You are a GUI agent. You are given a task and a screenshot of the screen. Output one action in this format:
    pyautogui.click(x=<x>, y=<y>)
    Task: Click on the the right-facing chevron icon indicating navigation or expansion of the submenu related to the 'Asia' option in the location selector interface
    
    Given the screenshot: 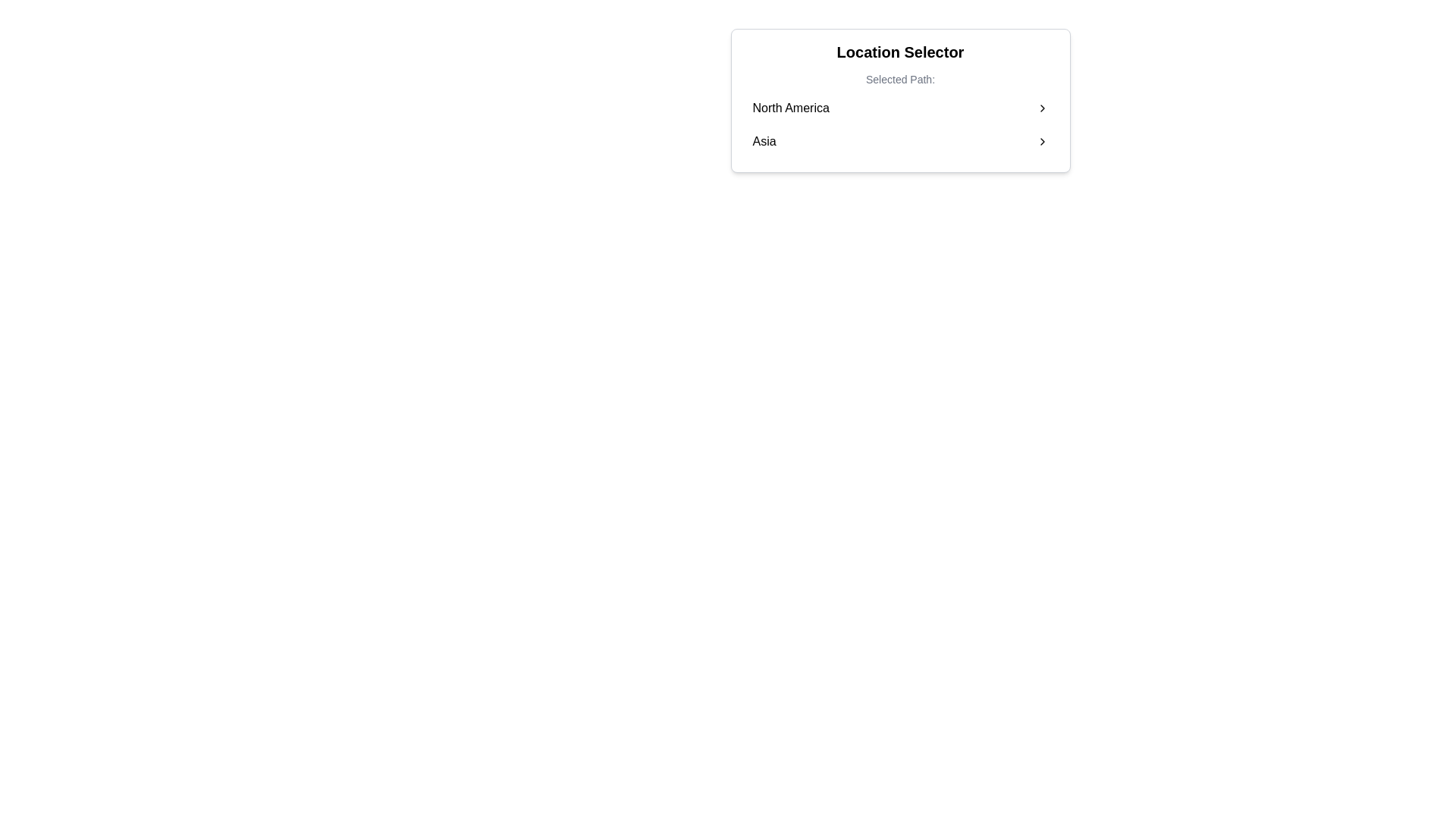 What is the action you would take?
    pyautogui.click(x=1041, y=141)
    